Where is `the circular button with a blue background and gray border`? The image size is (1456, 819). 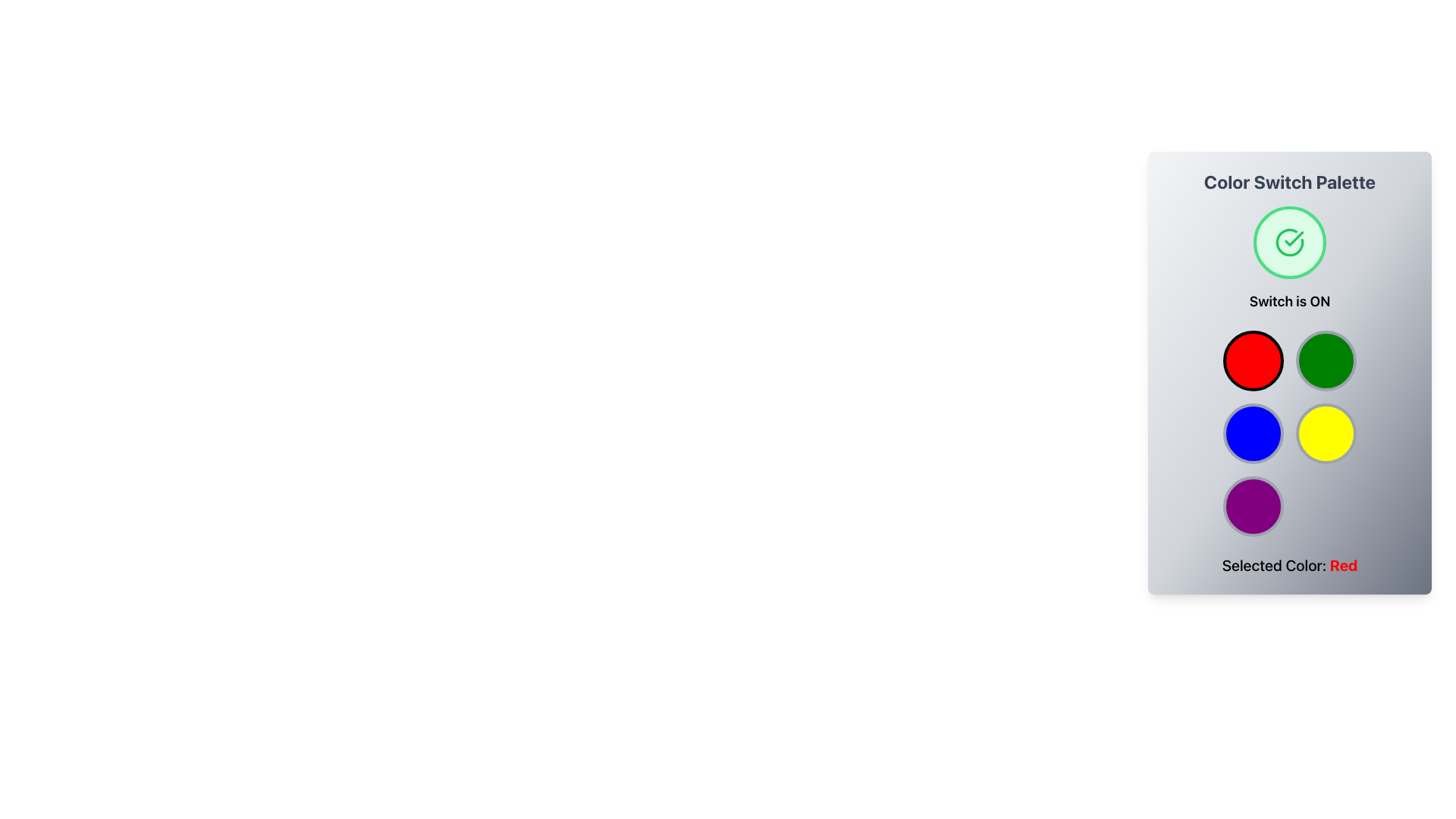 the circular button with a blue background and gray border is located at coordinates (1253, 433).